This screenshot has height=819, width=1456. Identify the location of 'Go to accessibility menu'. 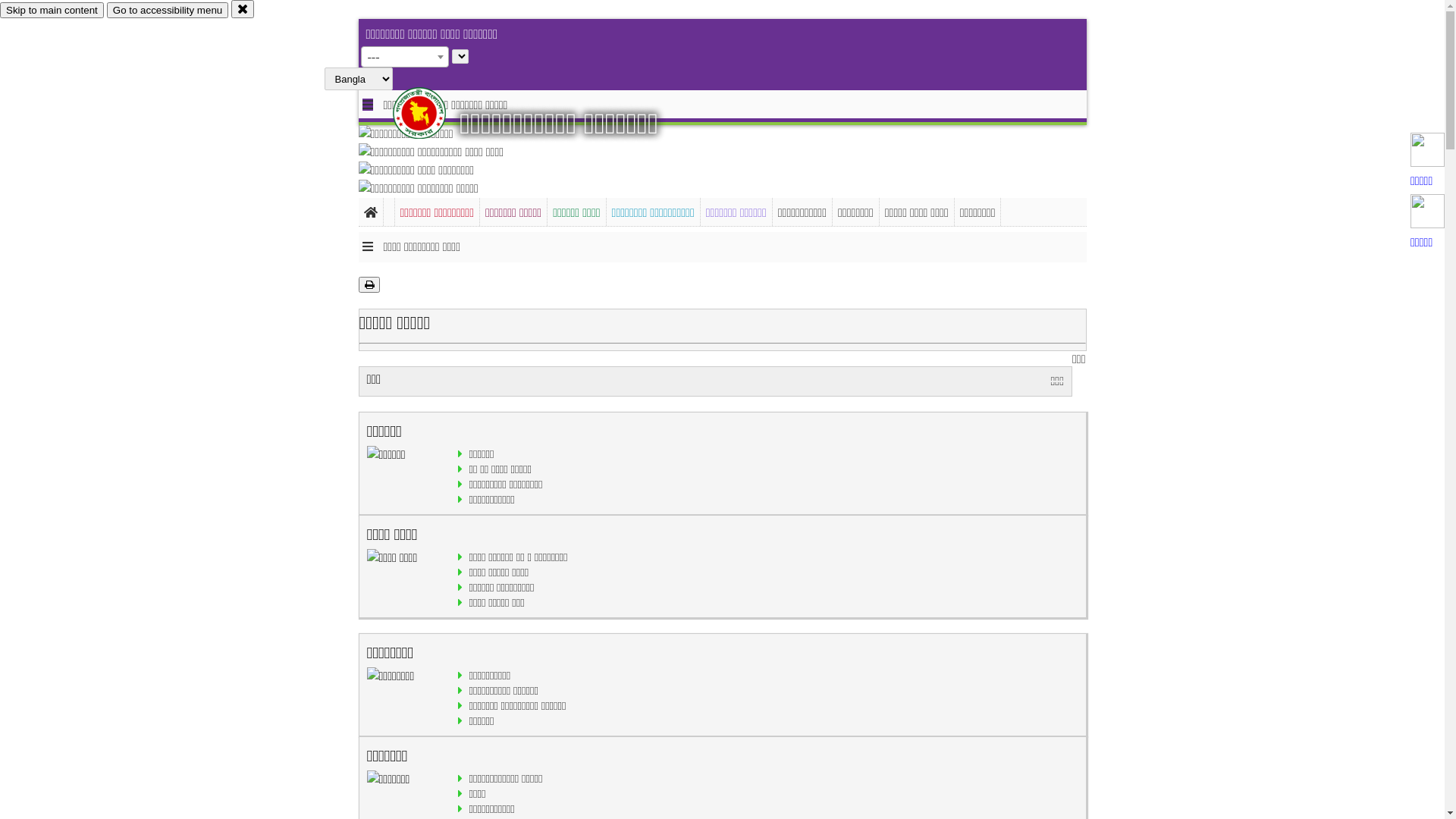
(167, 10).